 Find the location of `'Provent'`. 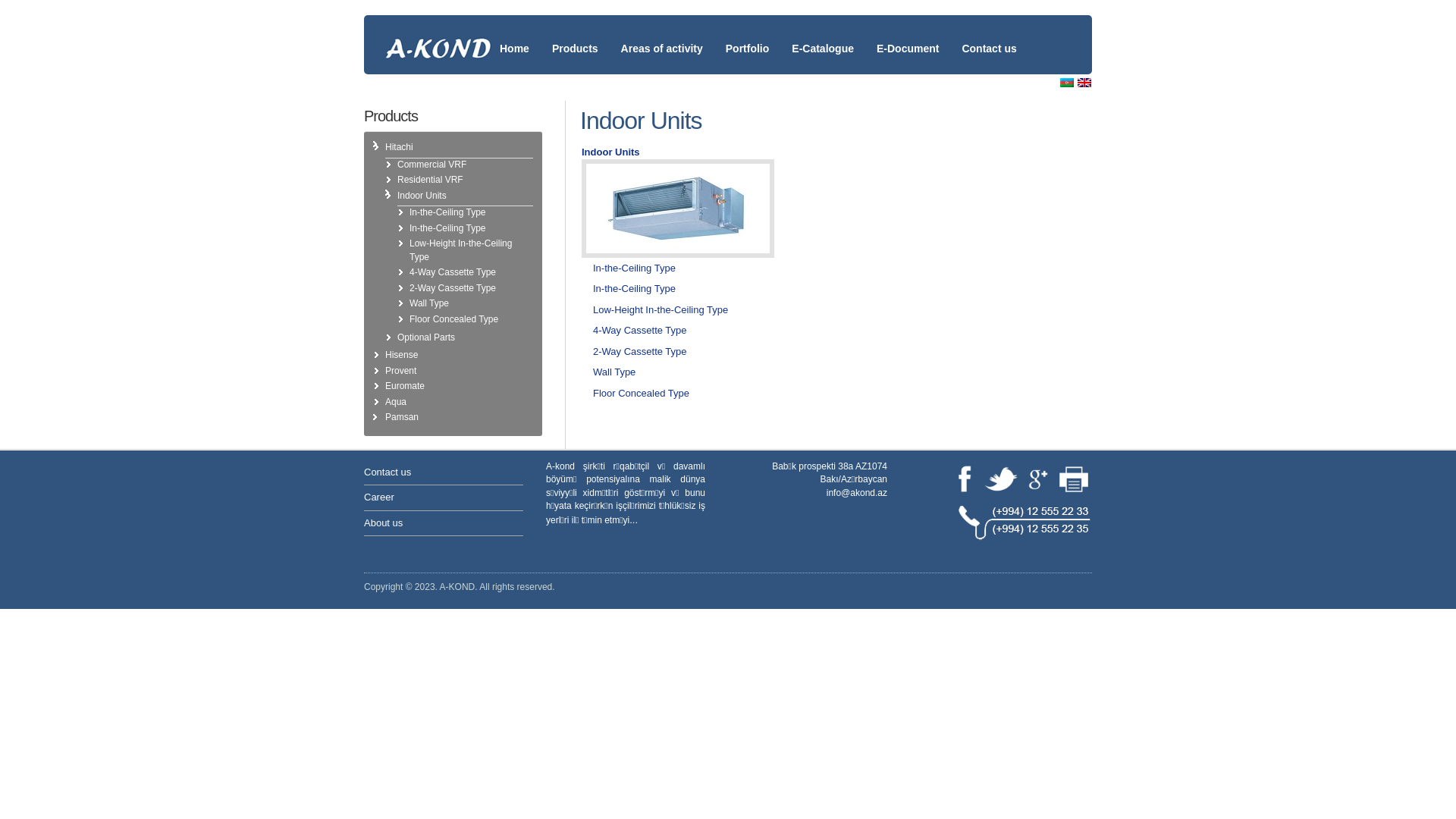

'Provent' is located at coordinates (400, 371).